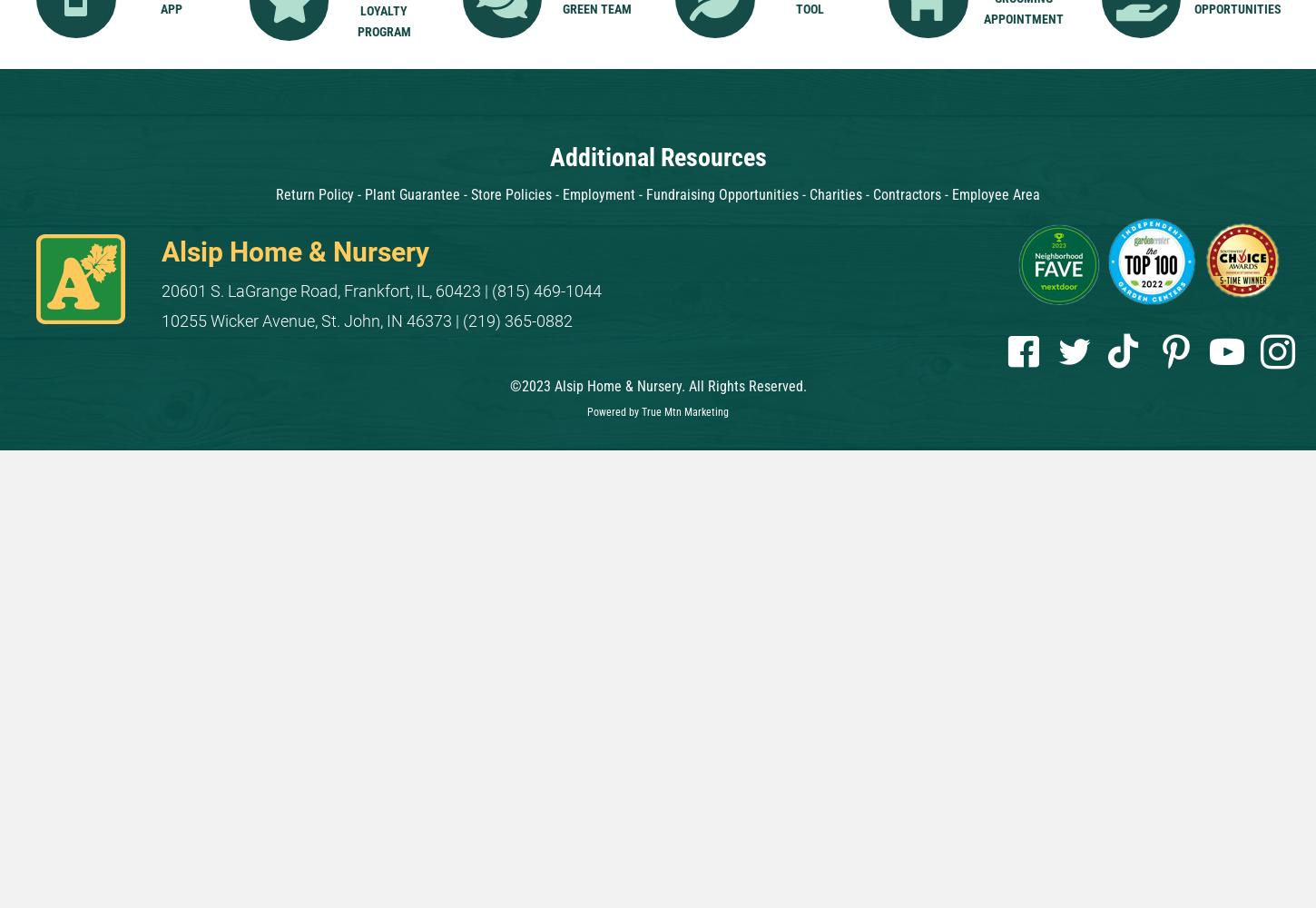 This screenshot has width=1316, height=908. I want to click on 'Plant Guarantee', so click(411, 193).